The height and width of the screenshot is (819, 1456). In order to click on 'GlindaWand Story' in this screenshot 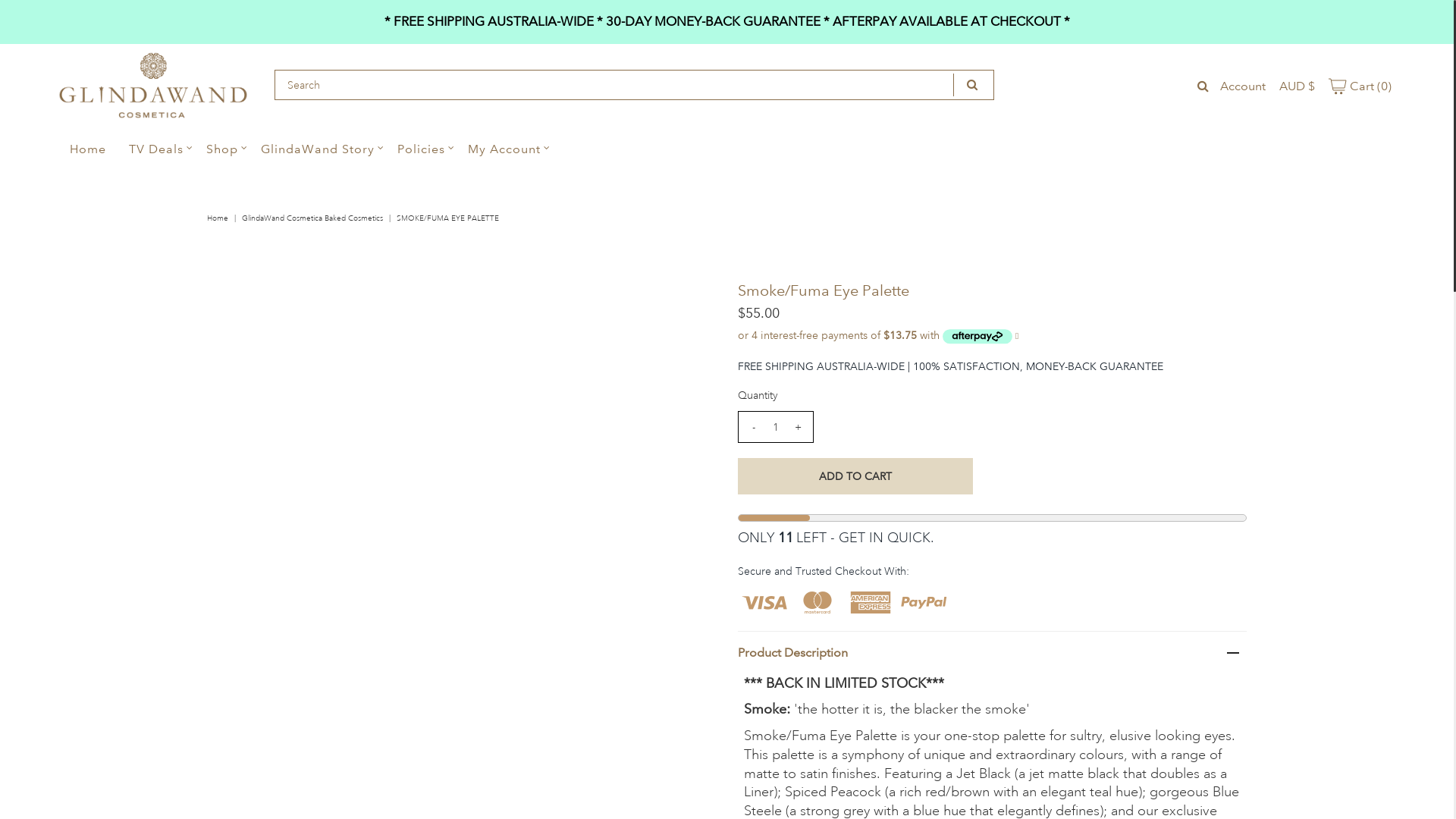, I will do `click(249, 149)`.